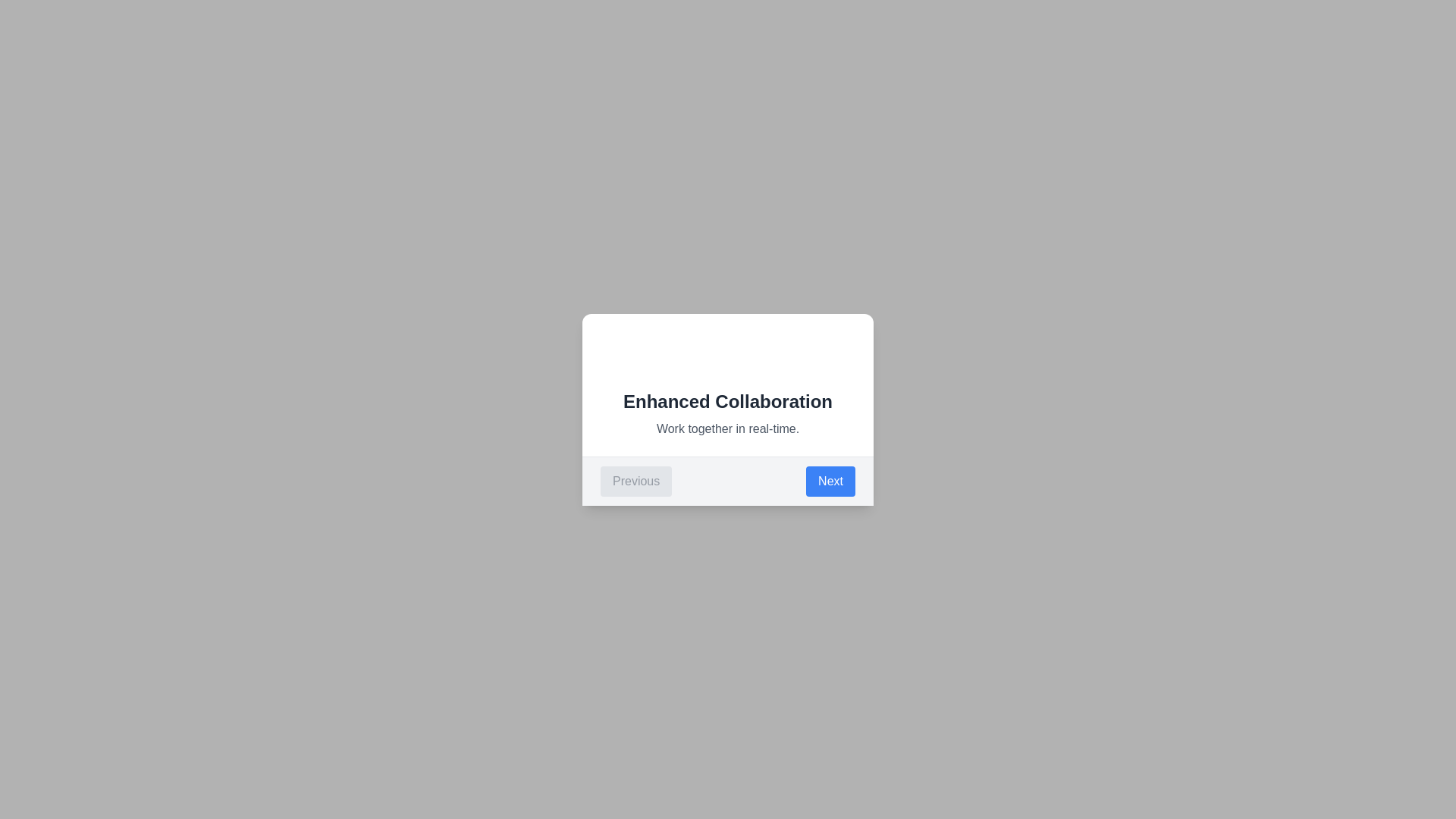 The width and height of the screenshot is (1456, 819). What do you see at coordinates (728, 400) in the screenshot?
I see `text content of the bold header labeled 'Enhanced Collaboration.'` at bounding box center [728, 400].